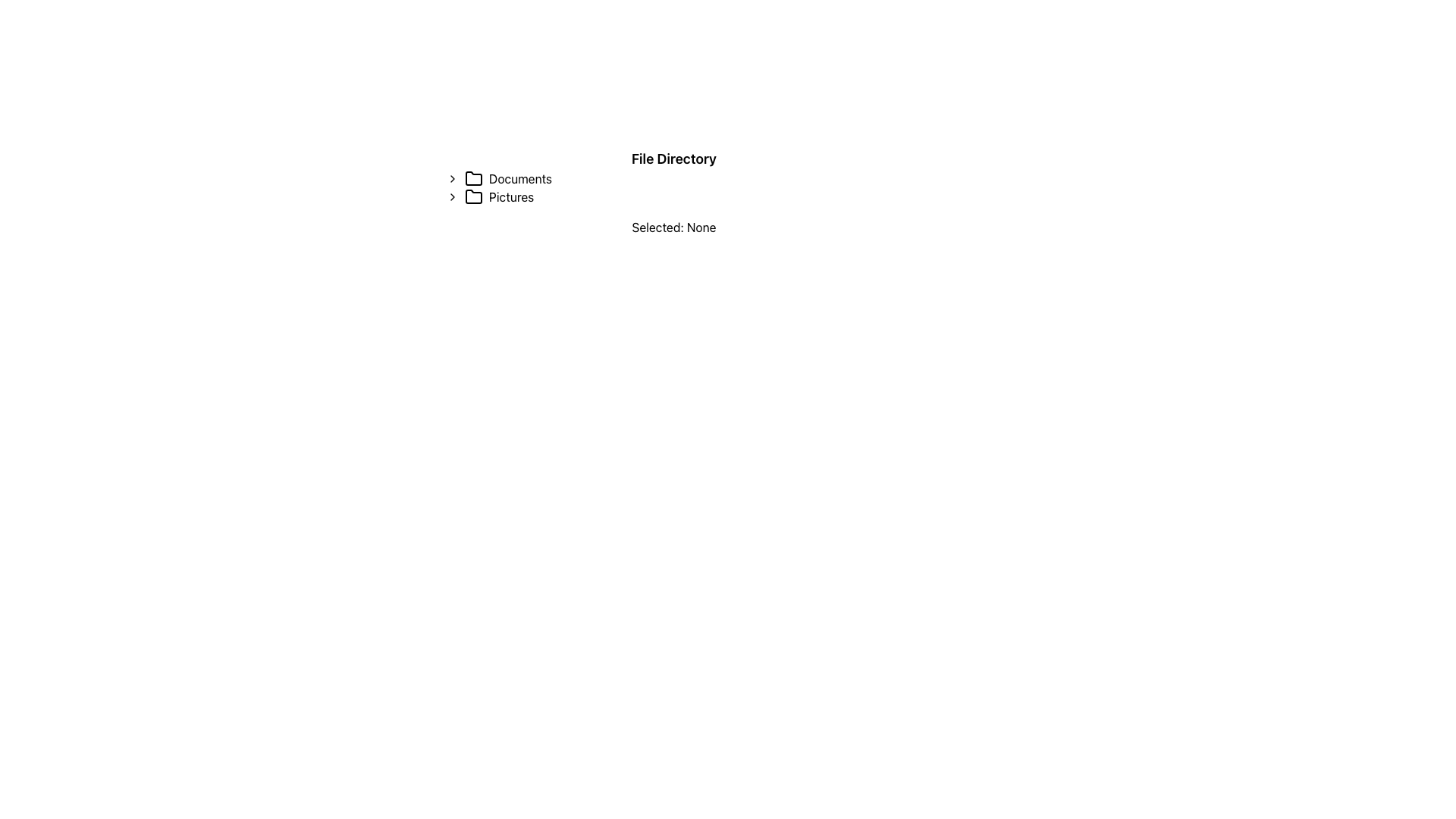  I want to click on the 'Pictures' text label in the file directory structure, so click(511, 196).